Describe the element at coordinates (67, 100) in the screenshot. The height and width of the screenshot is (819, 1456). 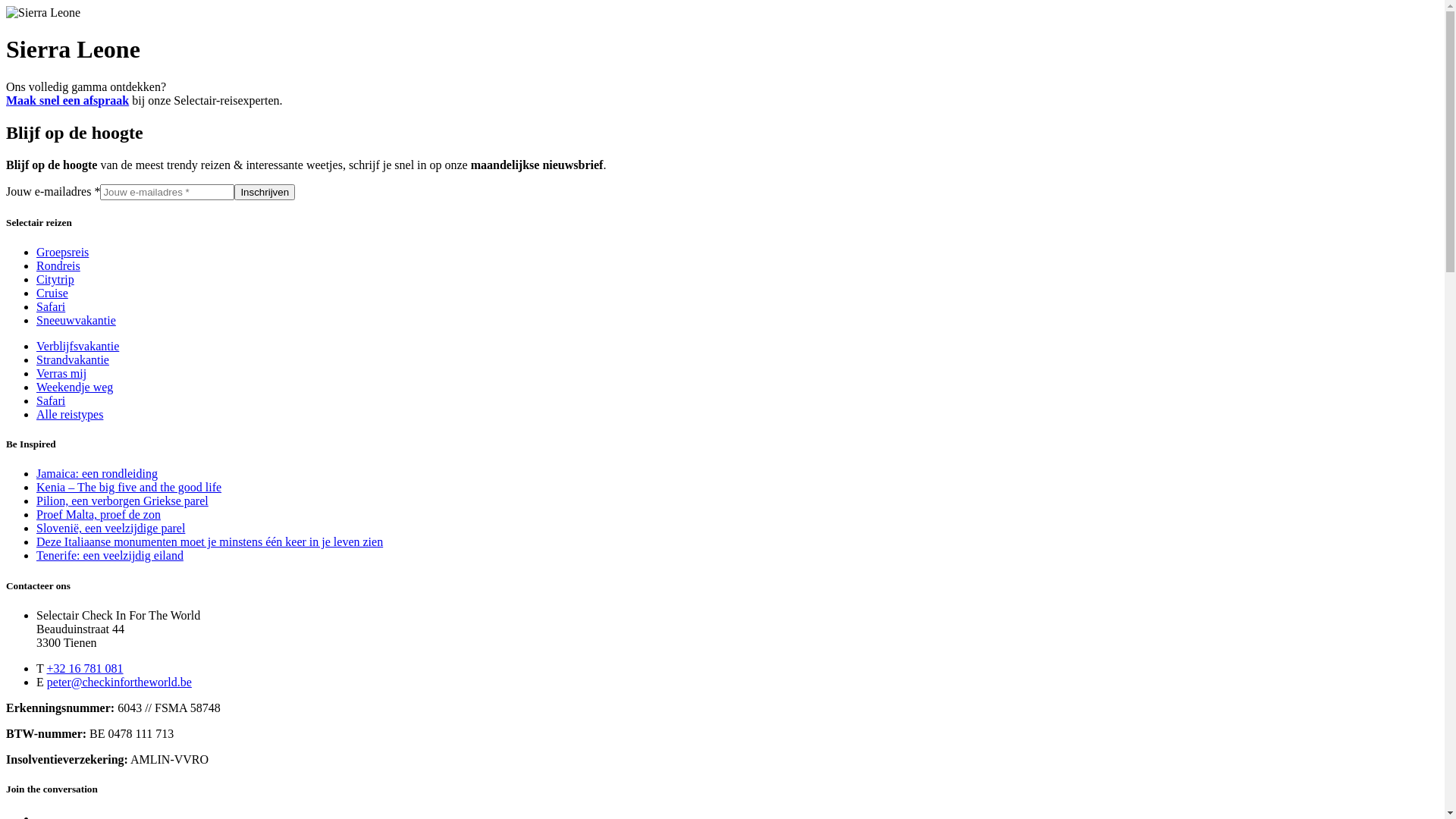
I see `'Maak snel een afspraak'` at that location.